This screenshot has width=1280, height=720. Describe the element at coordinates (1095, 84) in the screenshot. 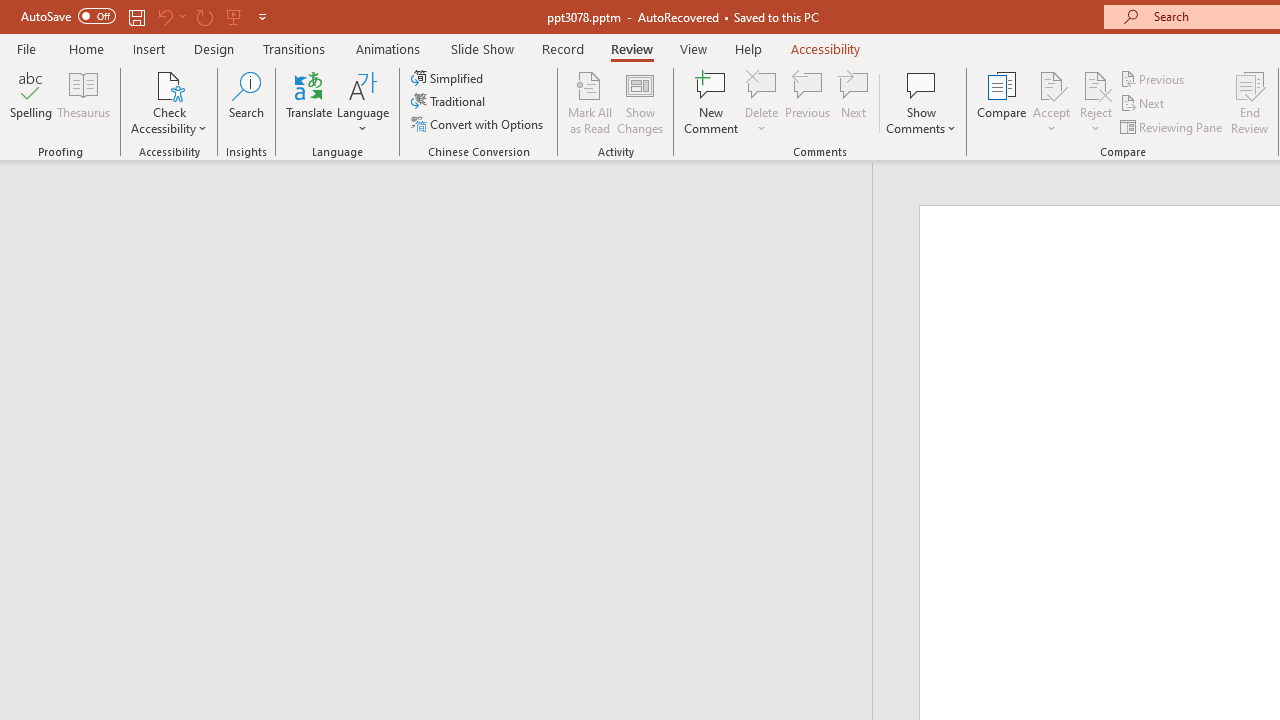

I see `'Reject Change'` at that location.